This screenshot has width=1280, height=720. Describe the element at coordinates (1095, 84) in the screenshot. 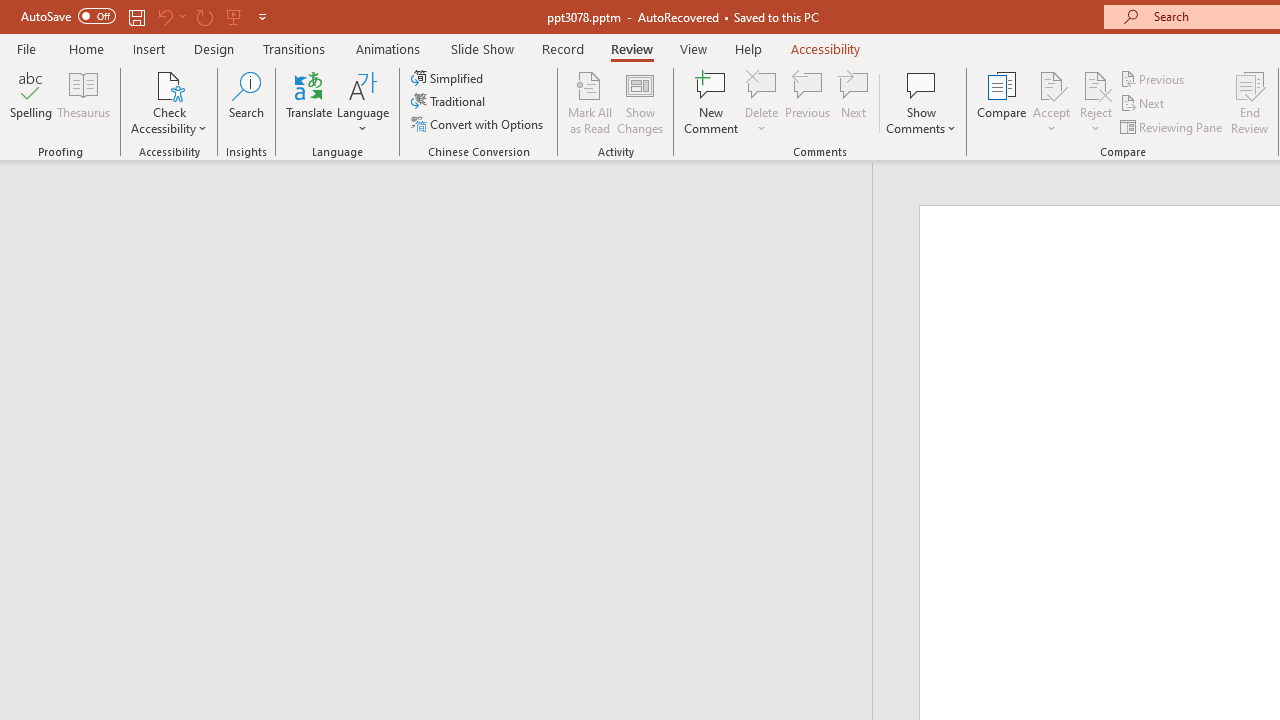

I see `'Reject Change'` at that location.